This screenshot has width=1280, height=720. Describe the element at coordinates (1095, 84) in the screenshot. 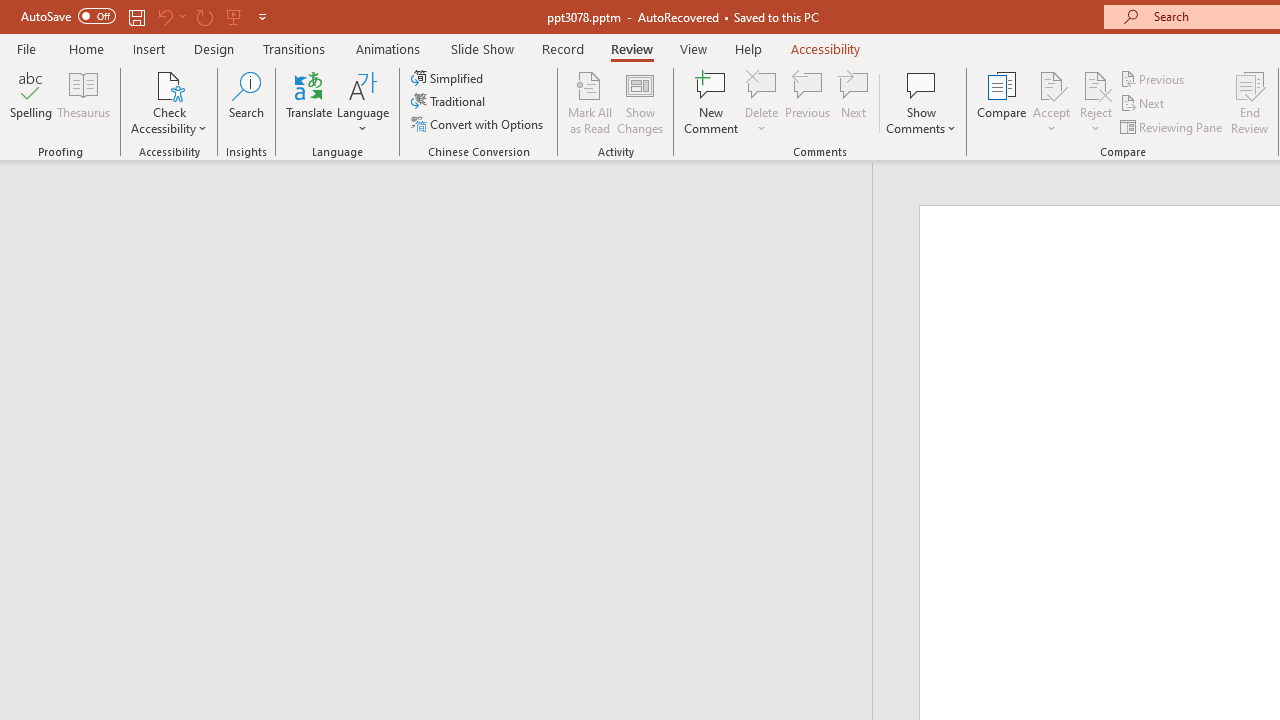

I see `'Reject Change'` at that location.